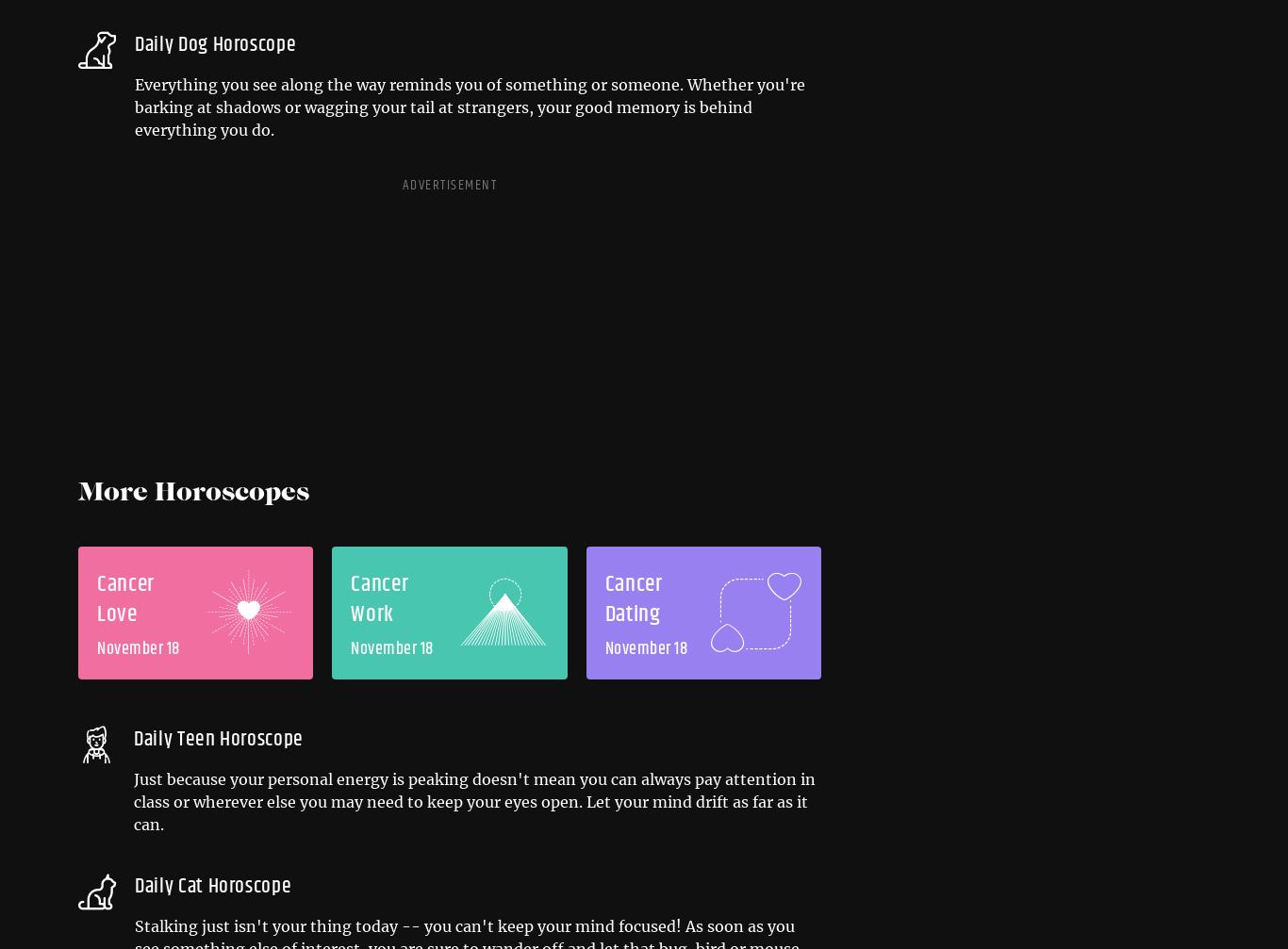 The width and height of the screenshot is (1288, 949). What do you see at coordinates (192, 493) in the screenshot?
I see `'More Horoscopes'` at bounding box center [192, 493].